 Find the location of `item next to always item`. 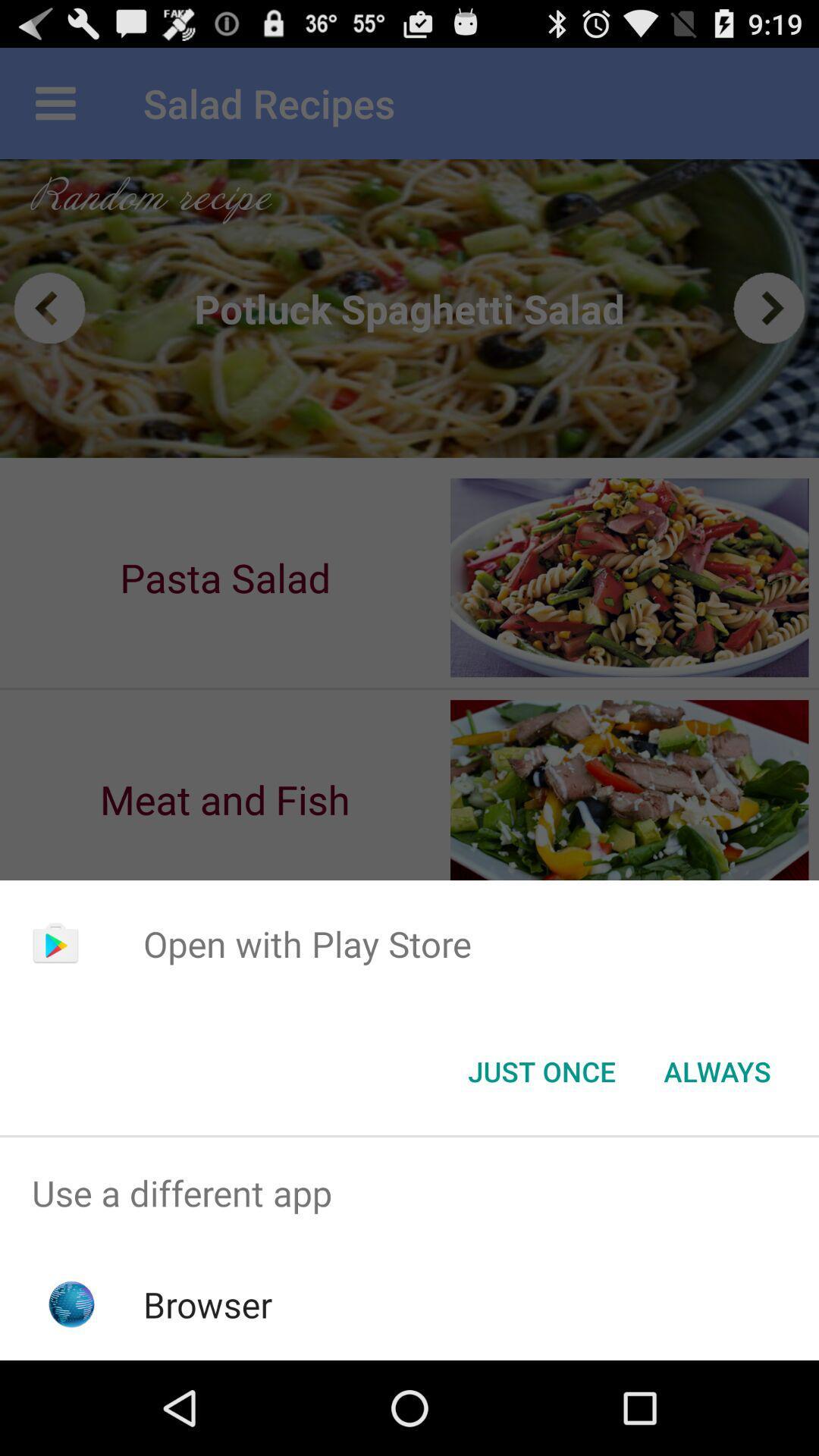

item next to always item is located at coordinates (541, 1070).